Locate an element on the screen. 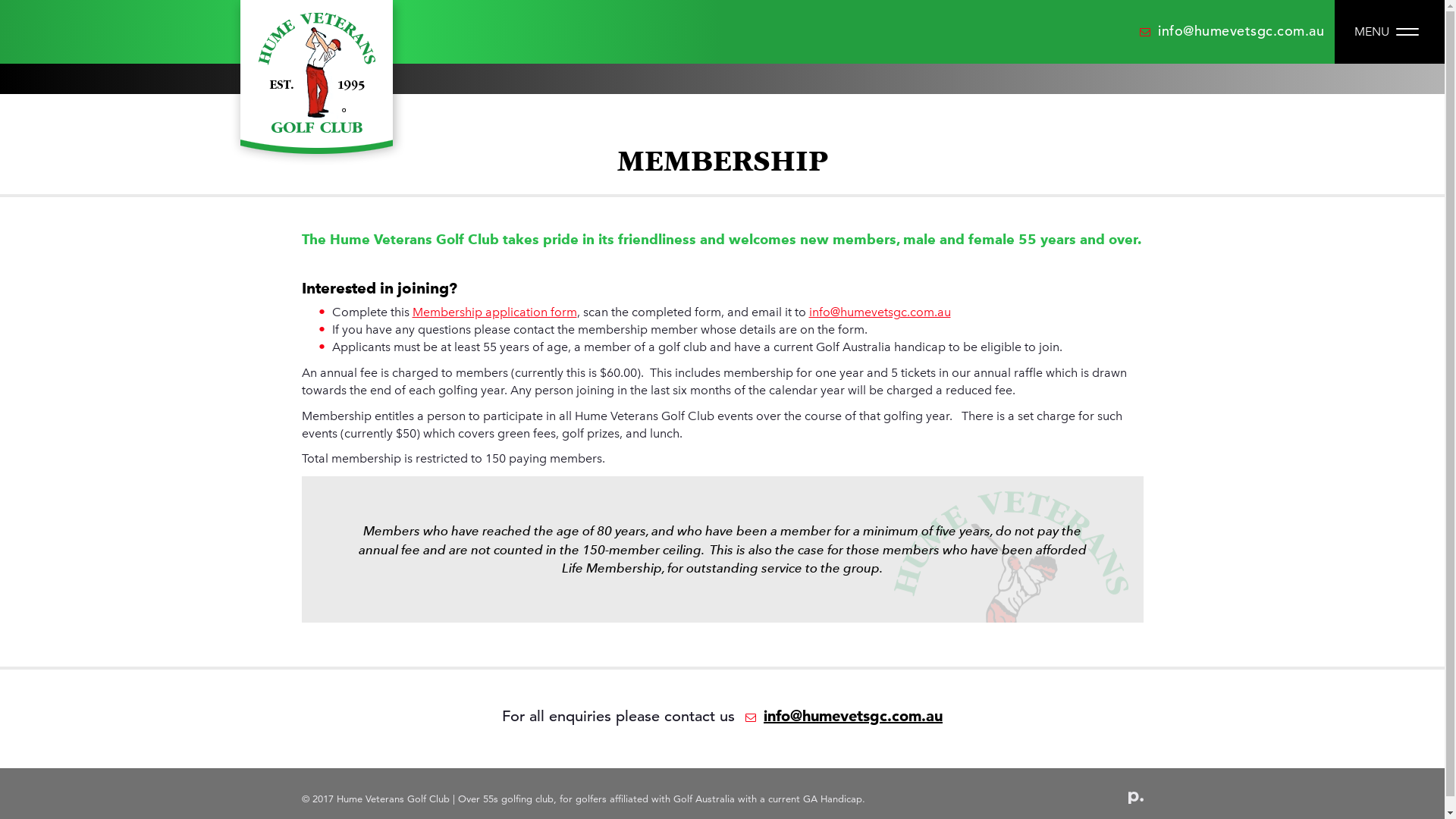  'info@humevetsgc.com.au' is located at coordinates (839, 716).